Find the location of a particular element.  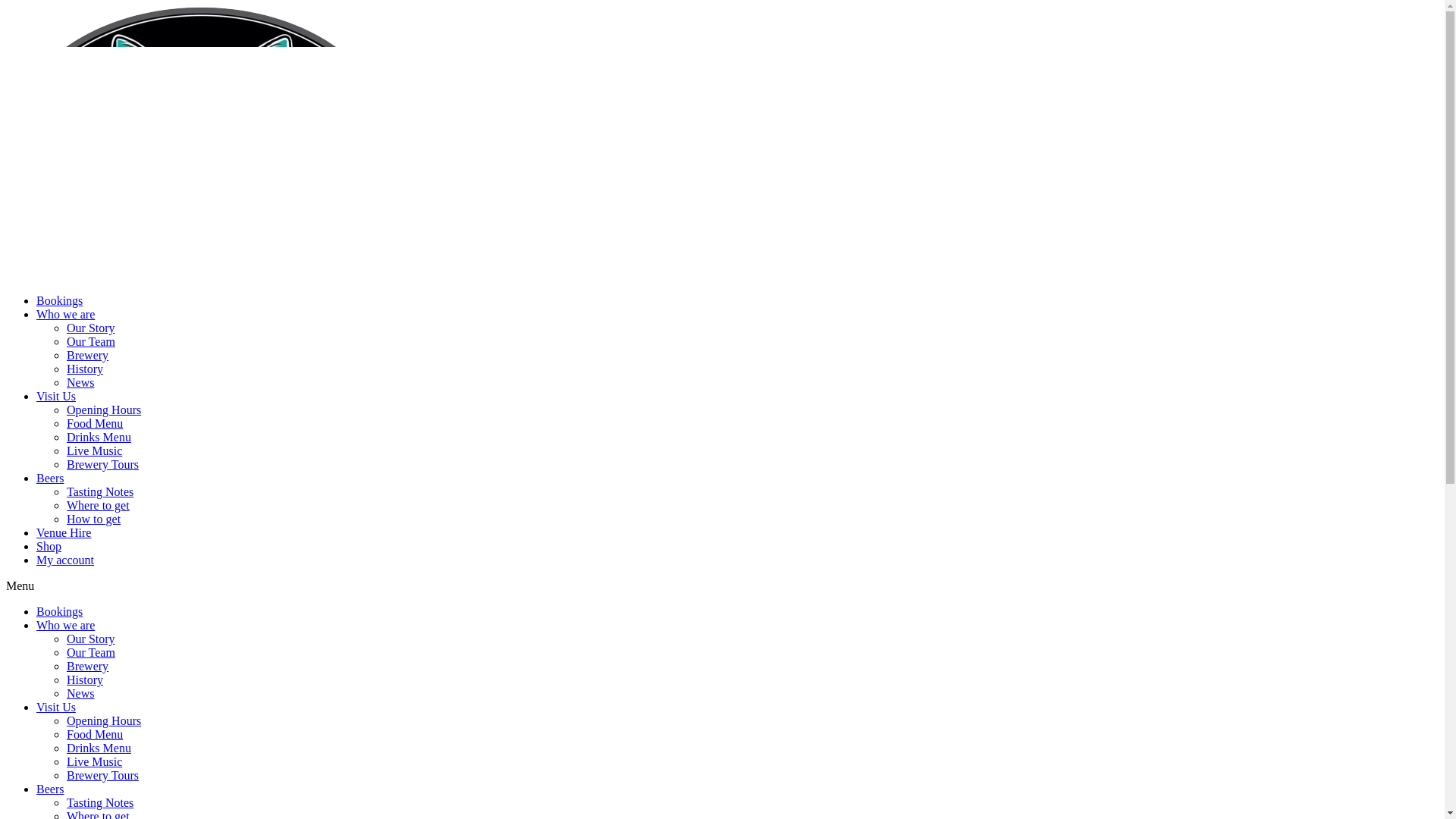

'Our Story' is located at coordinates (90, 327).